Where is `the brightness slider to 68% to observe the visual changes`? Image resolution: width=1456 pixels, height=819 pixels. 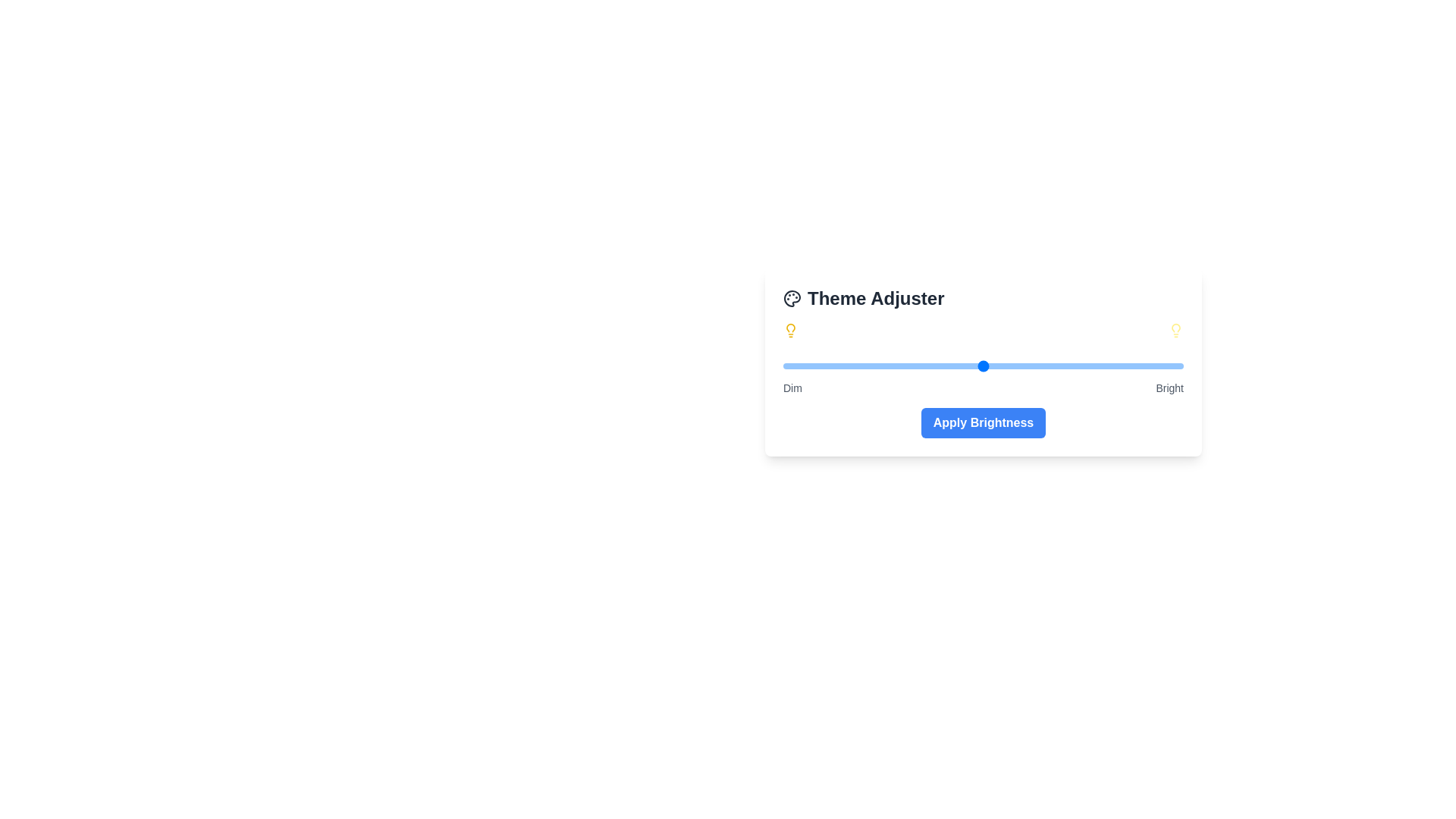
the brightness slider to 68% to observe the visual changes is located at coordinates (1055, 366).